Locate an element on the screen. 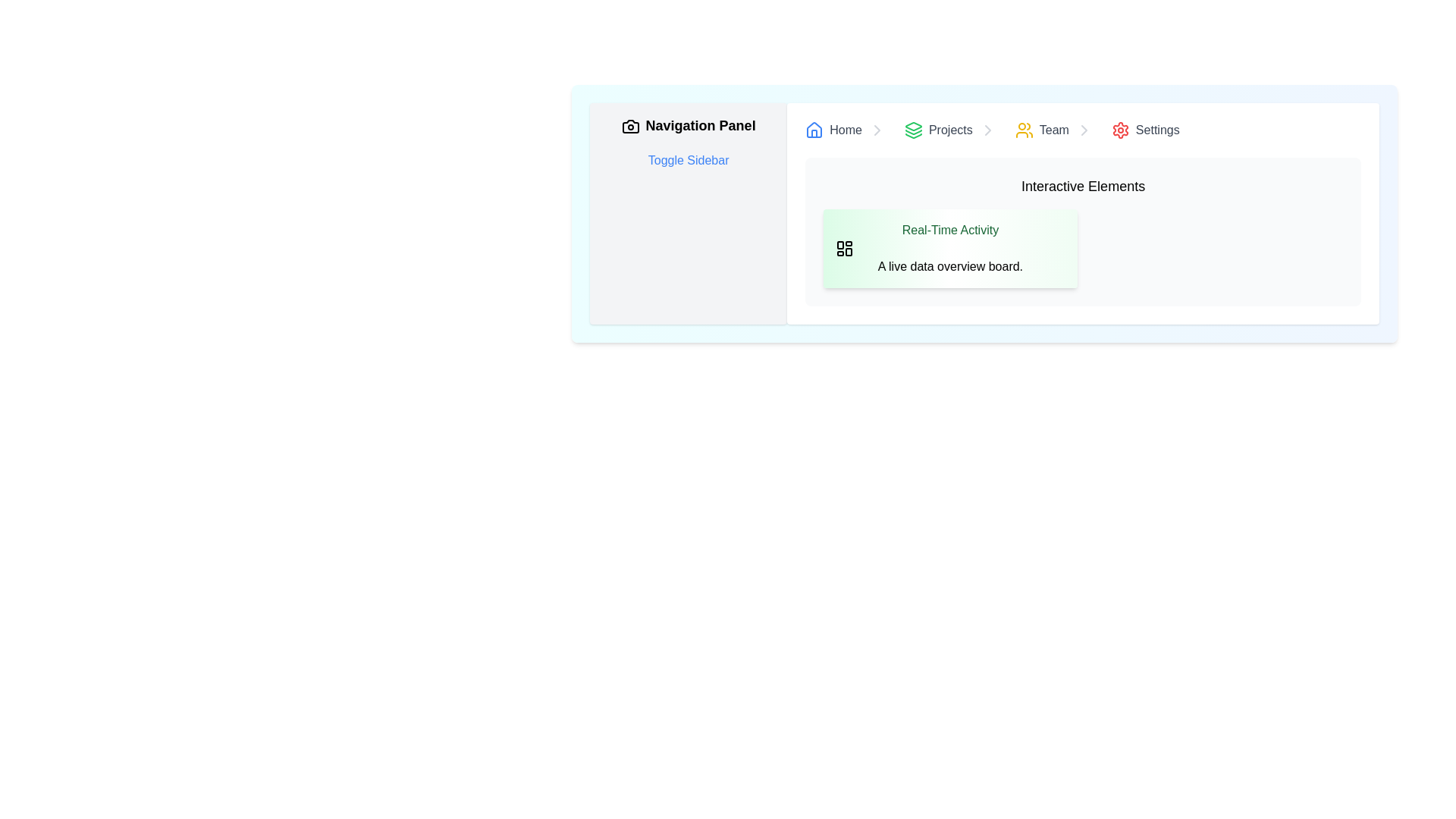 This screenshot has width=1456, height=819. the interactive link labeled 'Team' in the breadcrumb navigation bar is located at coordinates (1056, 130).